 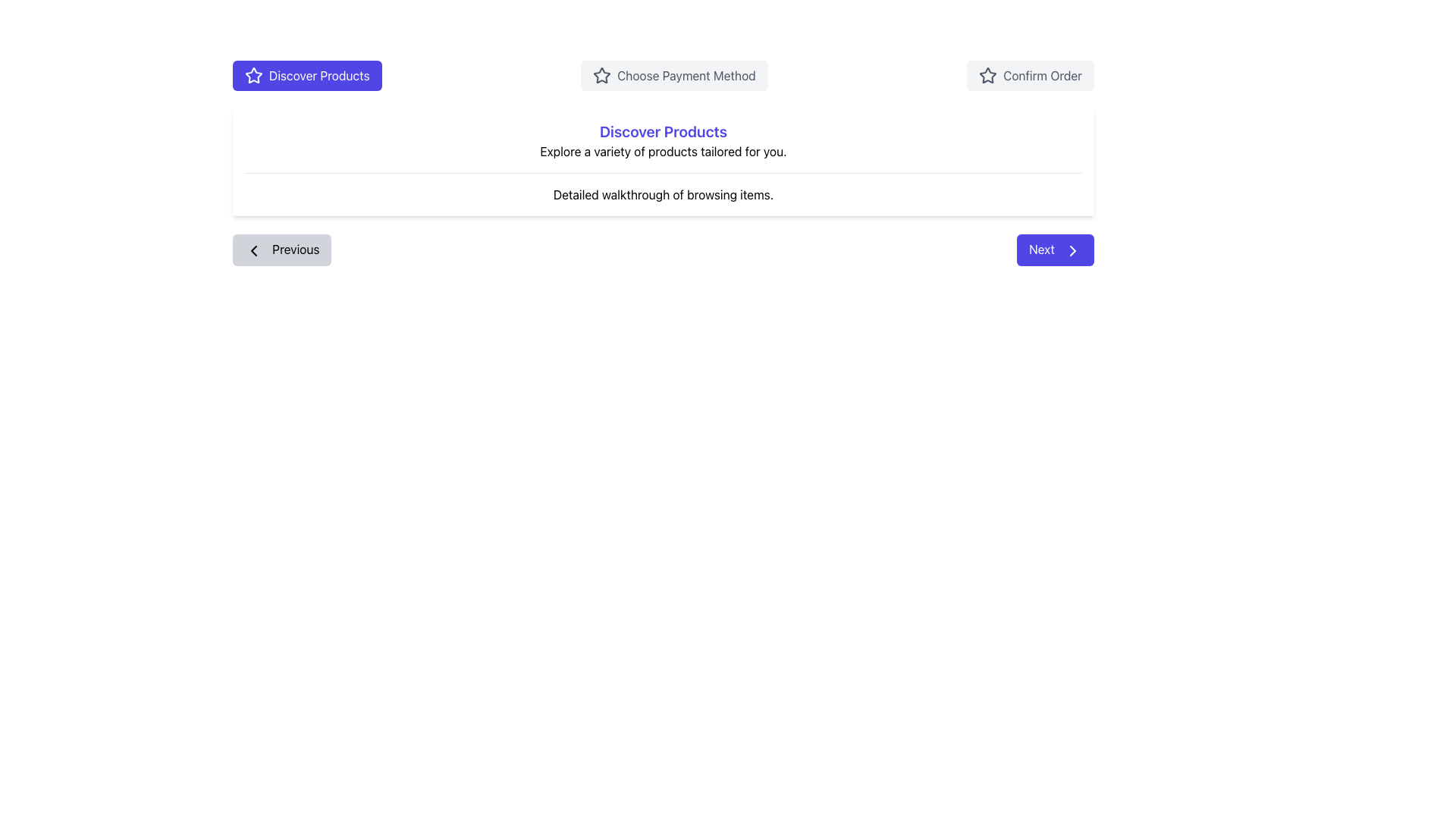 What do you see at coordinates (663, 152) in the screenshot?
I see `the text label that reads 'Explore a variety of products tailored for you.' which is located below the 'Discover Products' title and above the 'Detailed walkthrough of browsing items.' description` at bounding box center [663, 152].